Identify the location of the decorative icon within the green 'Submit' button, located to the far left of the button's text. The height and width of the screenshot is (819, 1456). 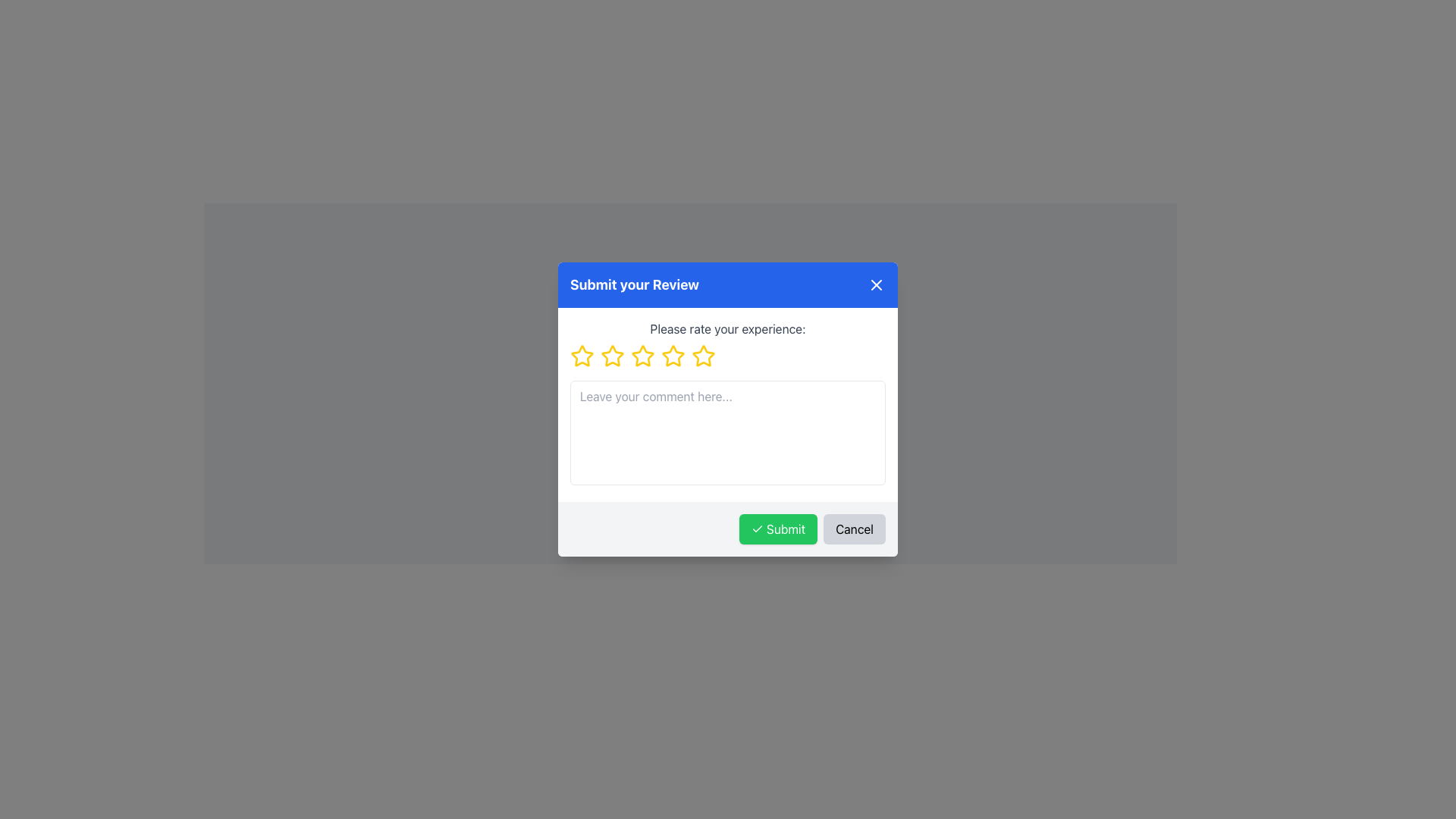
(757, 529).